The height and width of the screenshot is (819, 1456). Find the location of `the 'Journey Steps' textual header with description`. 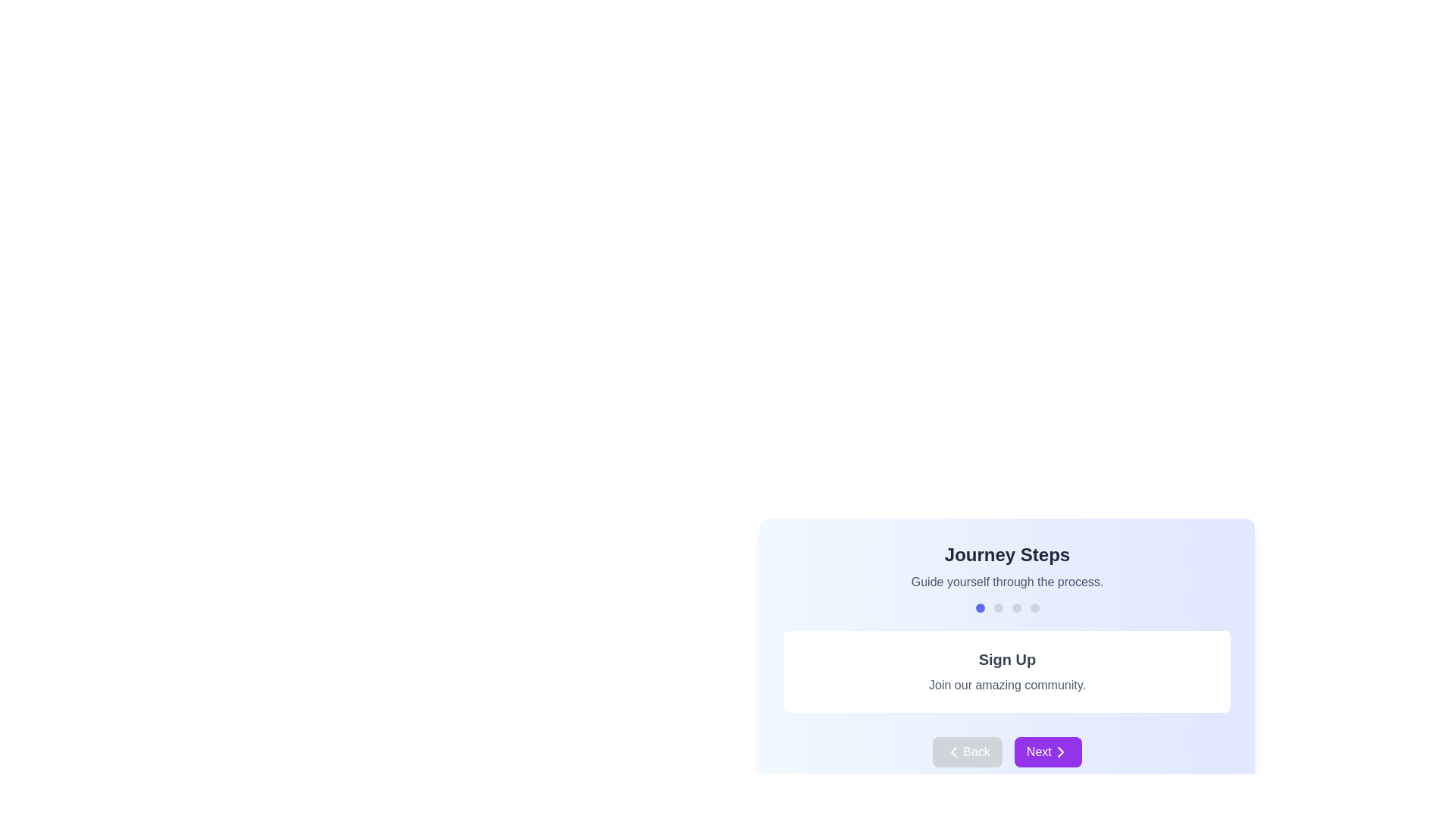

the 'Journey Steps' textual header with description is located at coordinates (1007, 567).